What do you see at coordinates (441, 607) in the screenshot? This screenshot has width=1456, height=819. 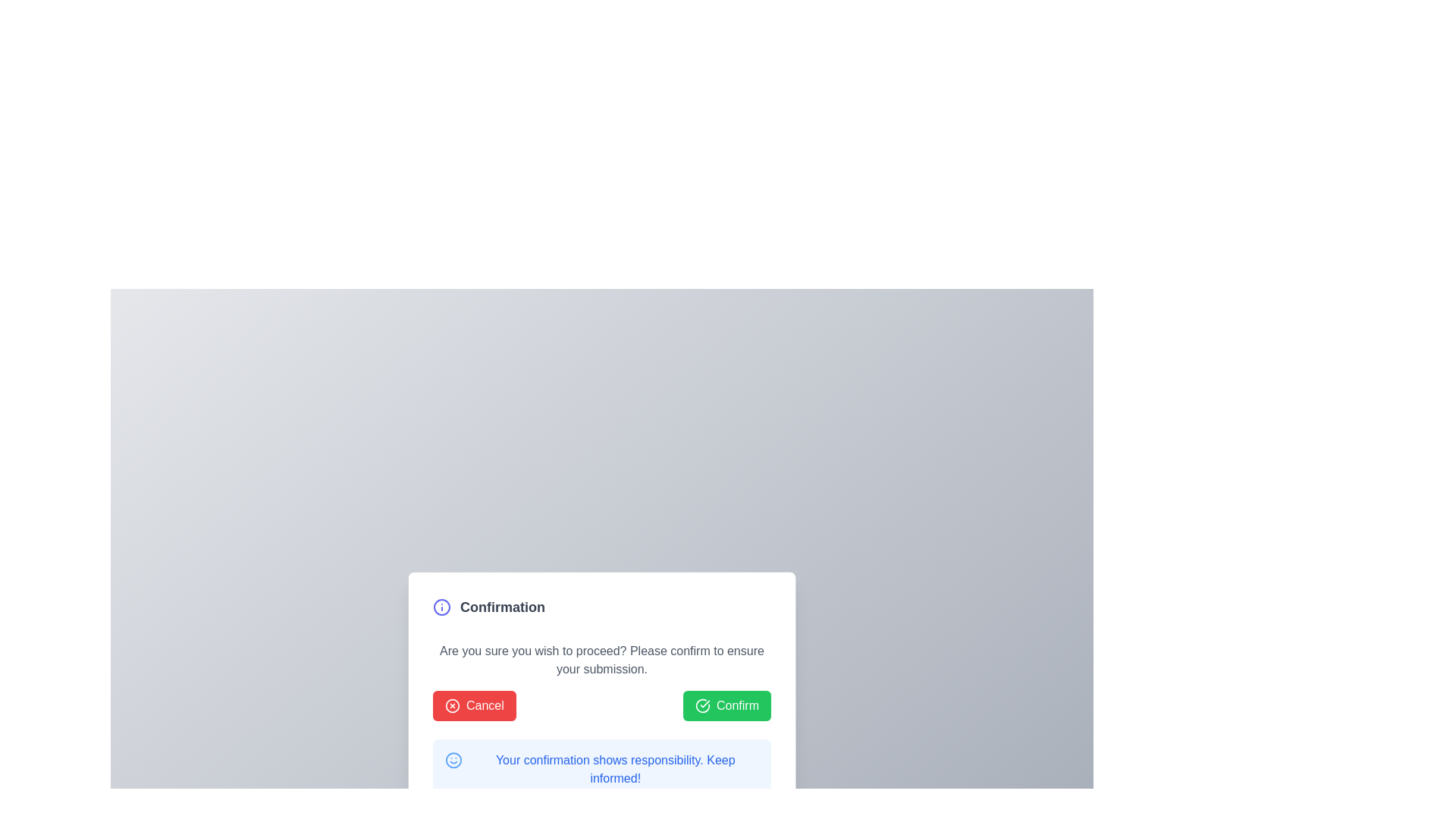 I see `the SVG Circle icon located in the top-left corner of the modal dialog box, which is used to draw attention to the confirmation dialog` at bounding box center [441, 607].